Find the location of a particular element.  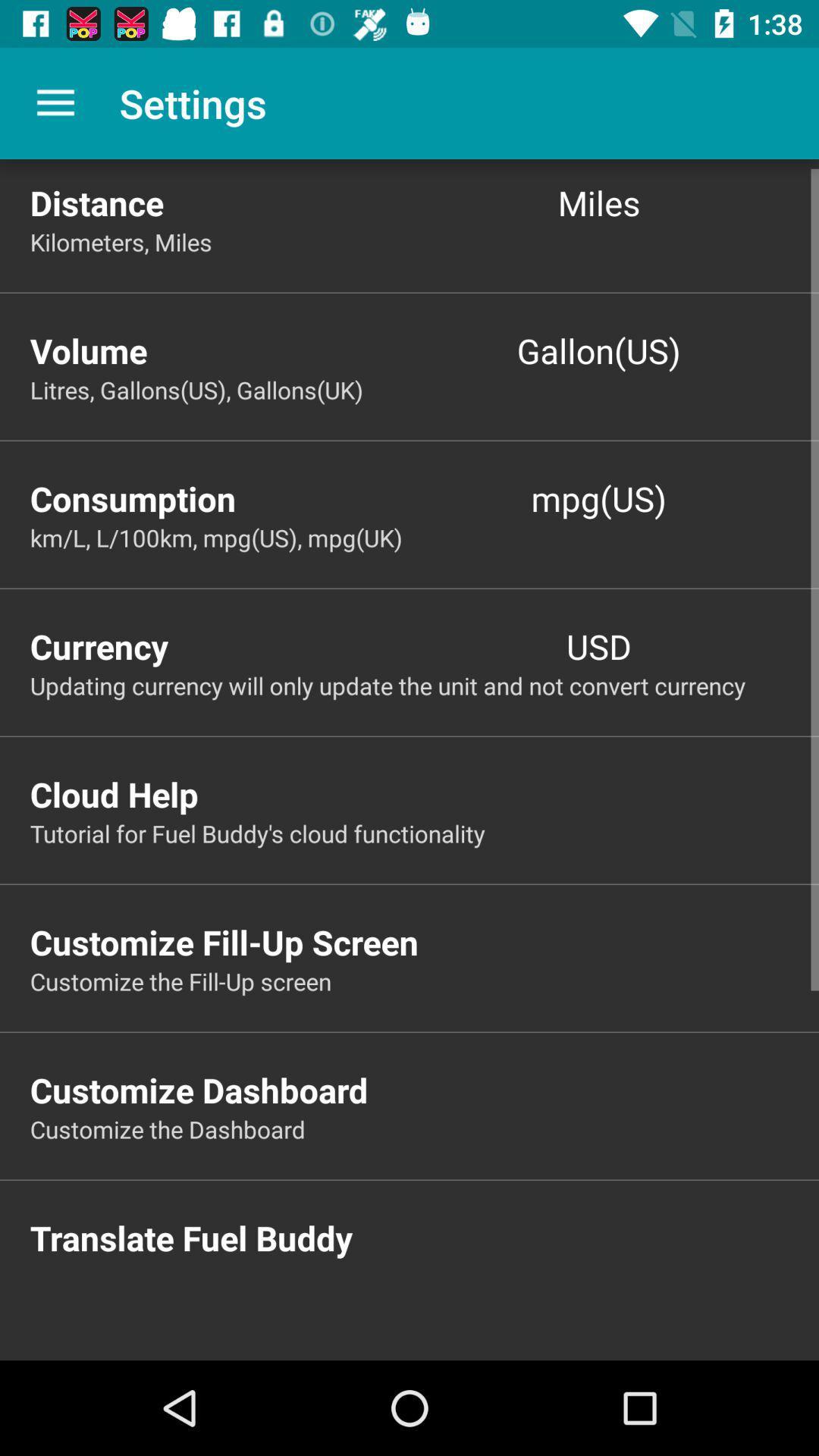

usd item is located at coordinates (598, 646).